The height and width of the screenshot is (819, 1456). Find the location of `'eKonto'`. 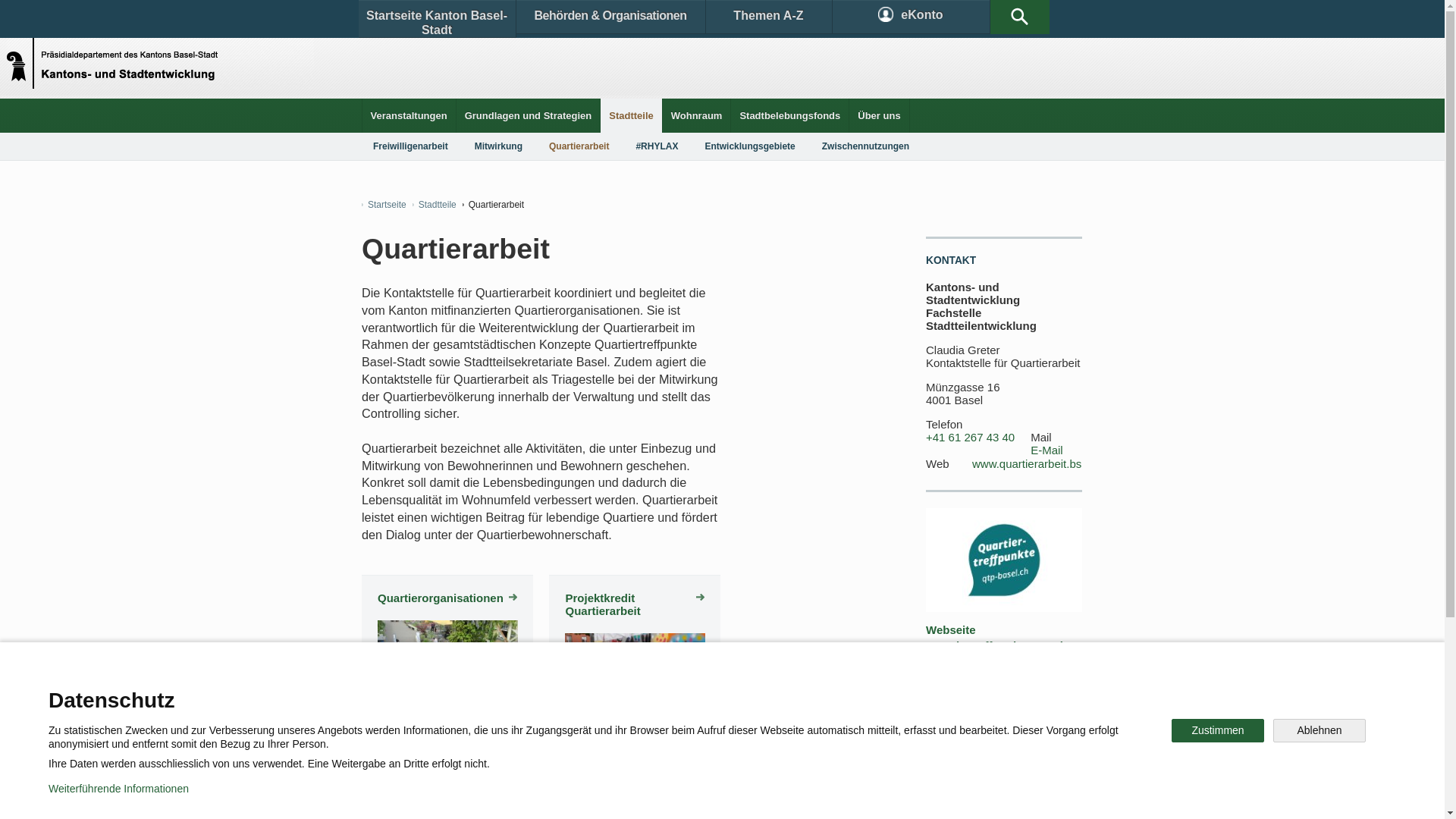

'eKonto' is located at coordinates (910, 17).